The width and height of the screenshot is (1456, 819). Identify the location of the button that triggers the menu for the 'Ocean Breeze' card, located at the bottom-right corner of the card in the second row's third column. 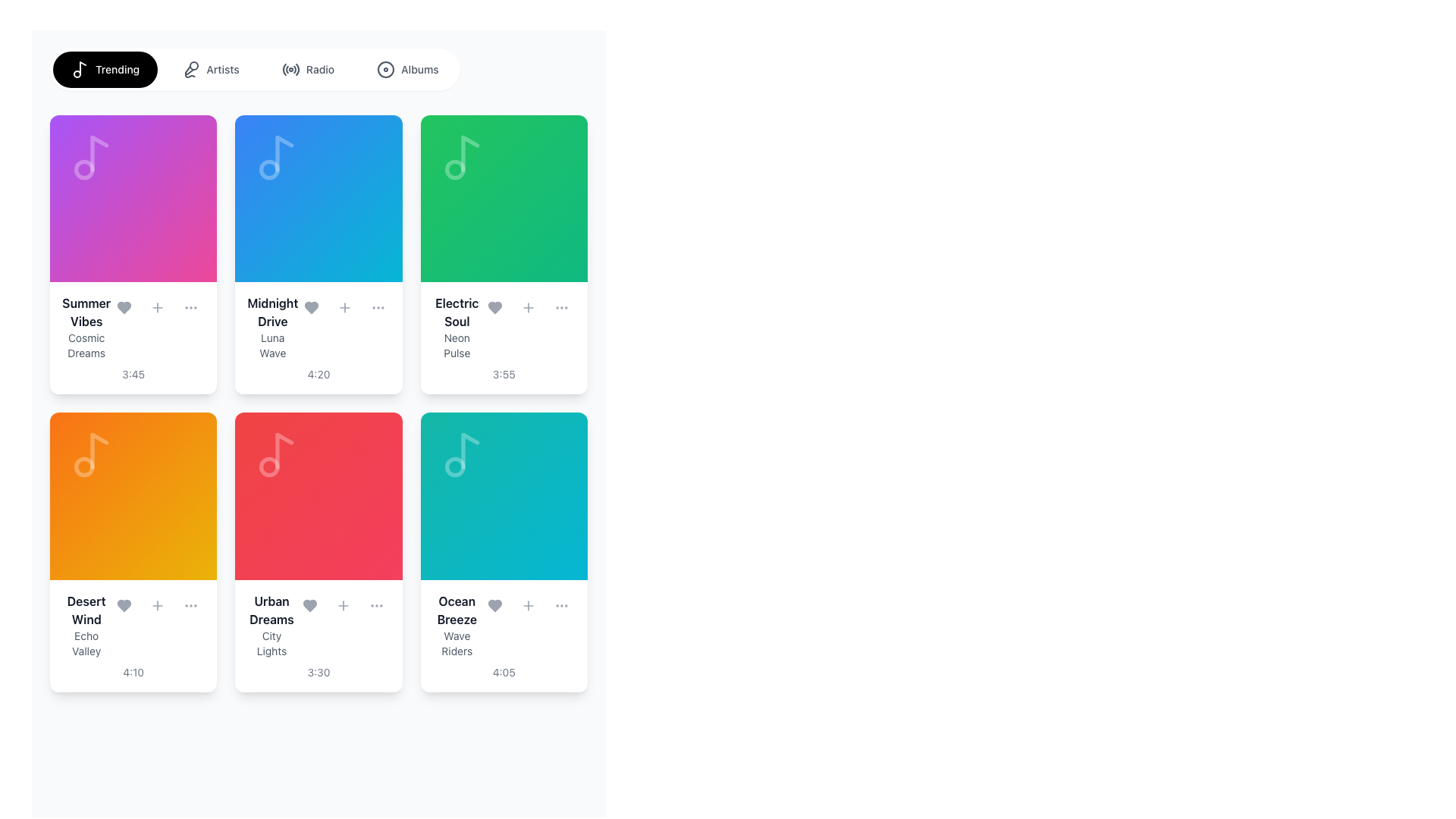
(560, 604).